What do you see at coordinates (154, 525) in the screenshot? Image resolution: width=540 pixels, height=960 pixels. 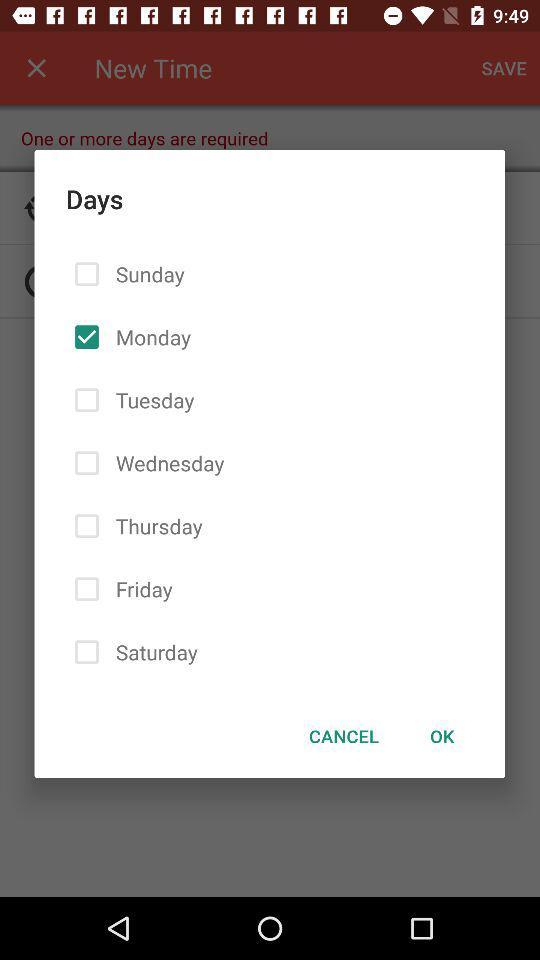 I see `thursday icon` at bounding box center [154, 525].